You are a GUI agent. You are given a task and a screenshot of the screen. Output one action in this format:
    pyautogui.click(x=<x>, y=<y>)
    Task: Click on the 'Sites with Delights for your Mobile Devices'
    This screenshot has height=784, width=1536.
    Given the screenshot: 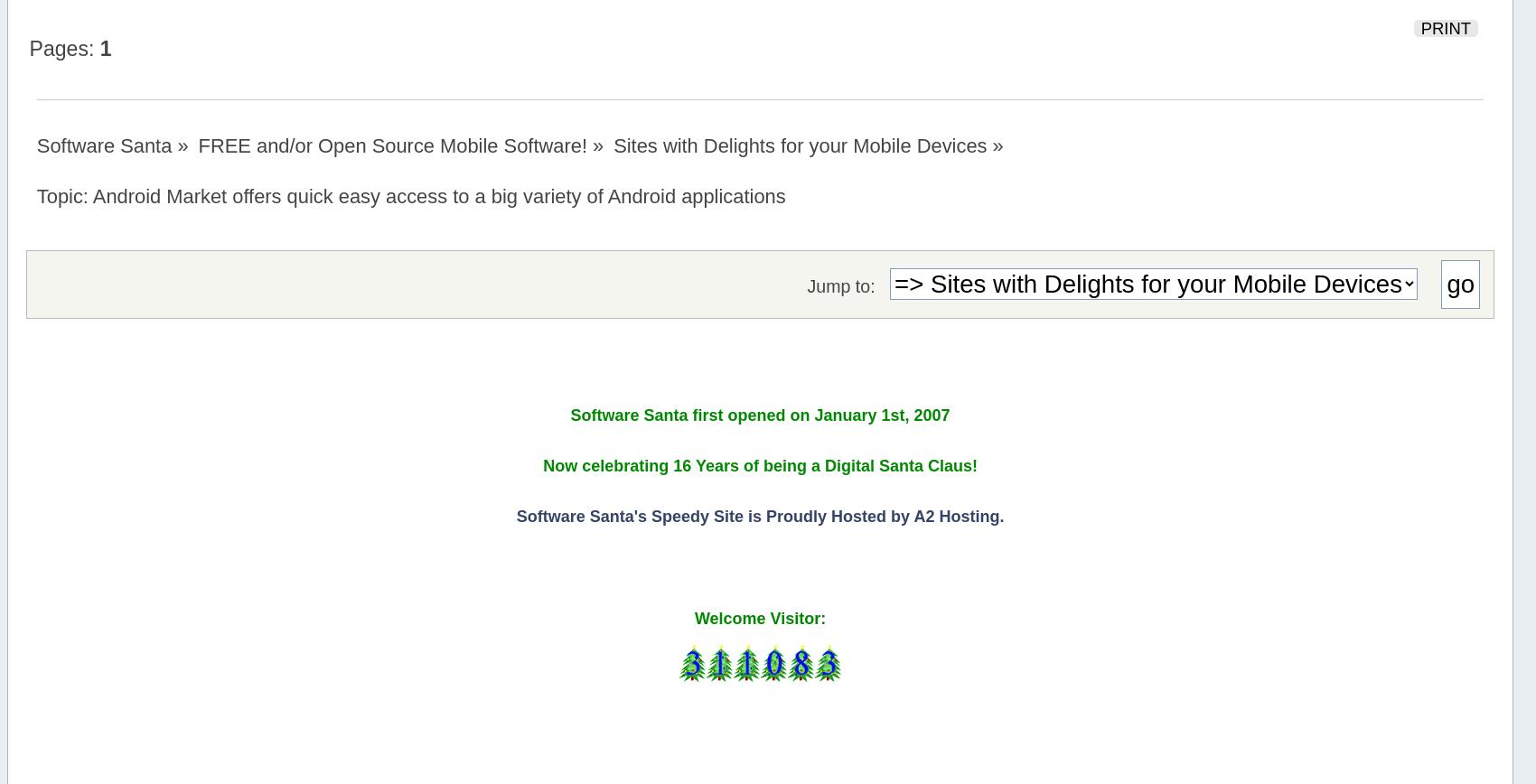 What is the action you would take?
    pyautogui.click(x=800, y=145)
    